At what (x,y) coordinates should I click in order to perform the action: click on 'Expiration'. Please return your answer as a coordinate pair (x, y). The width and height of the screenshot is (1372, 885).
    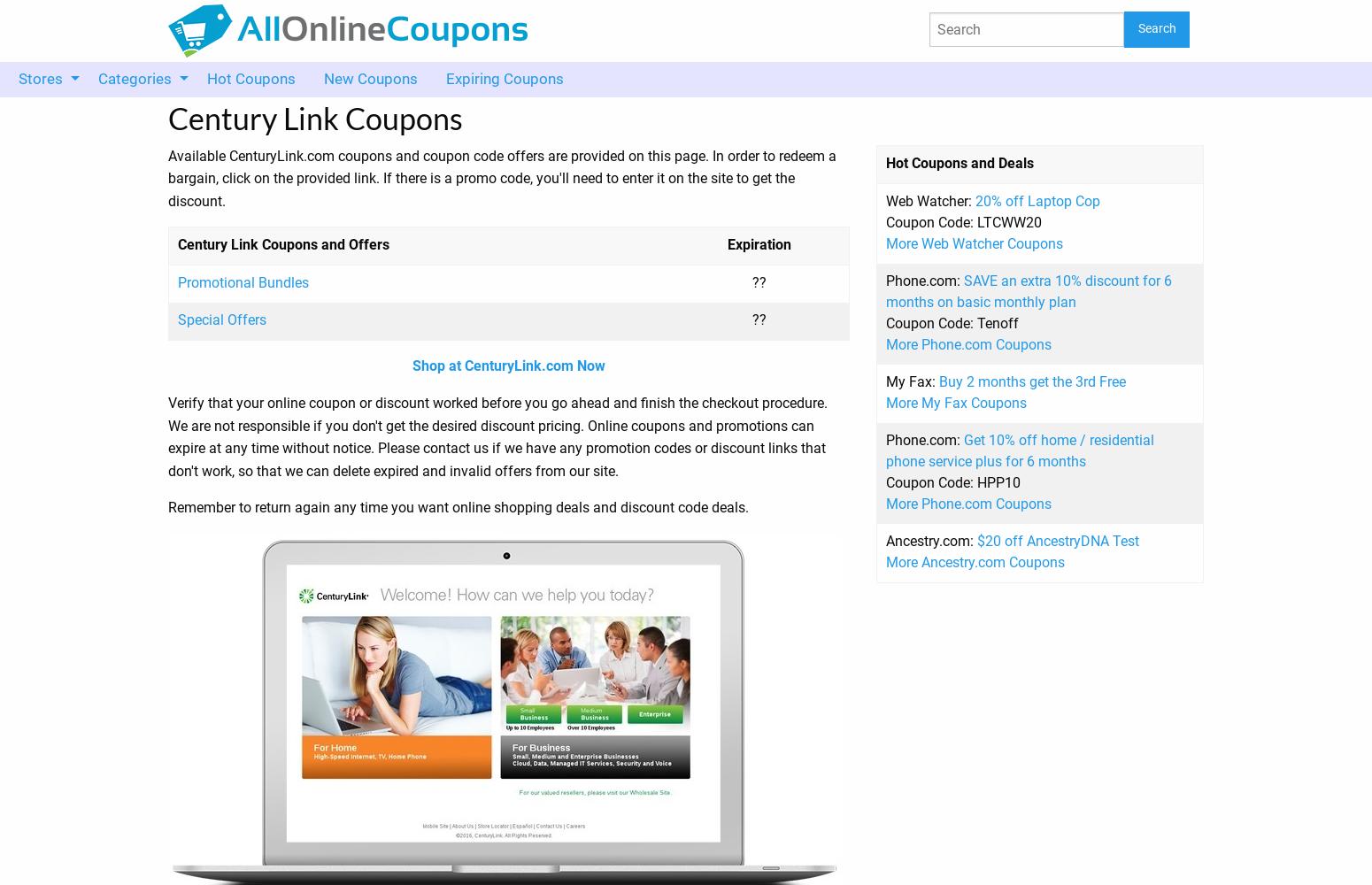
    Looking at the image, I should click on (759, 244).